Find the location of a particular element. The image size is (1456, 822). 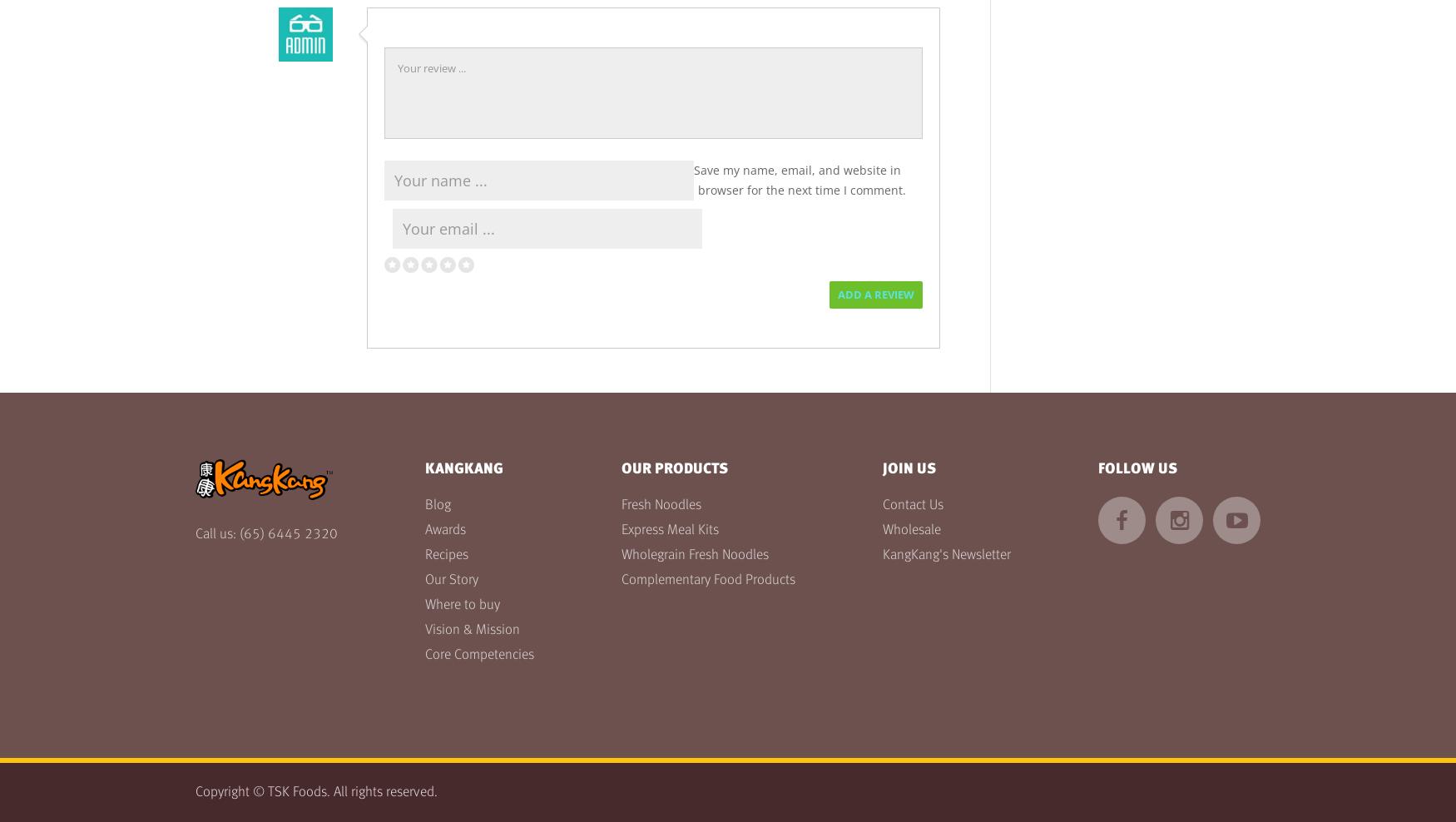

'Express Meal Kits' is located at coordinates (622, 529).